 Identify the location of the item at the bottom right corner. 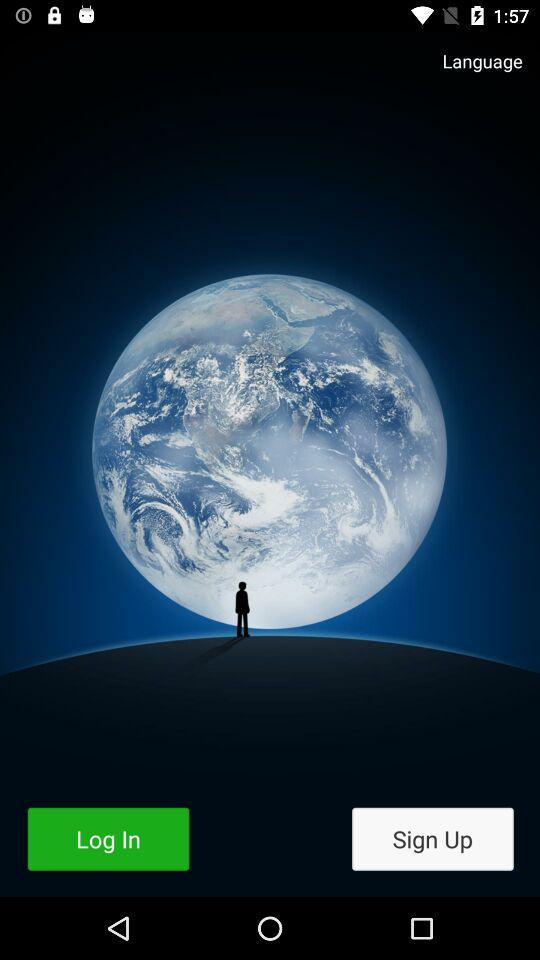
(431, 839).